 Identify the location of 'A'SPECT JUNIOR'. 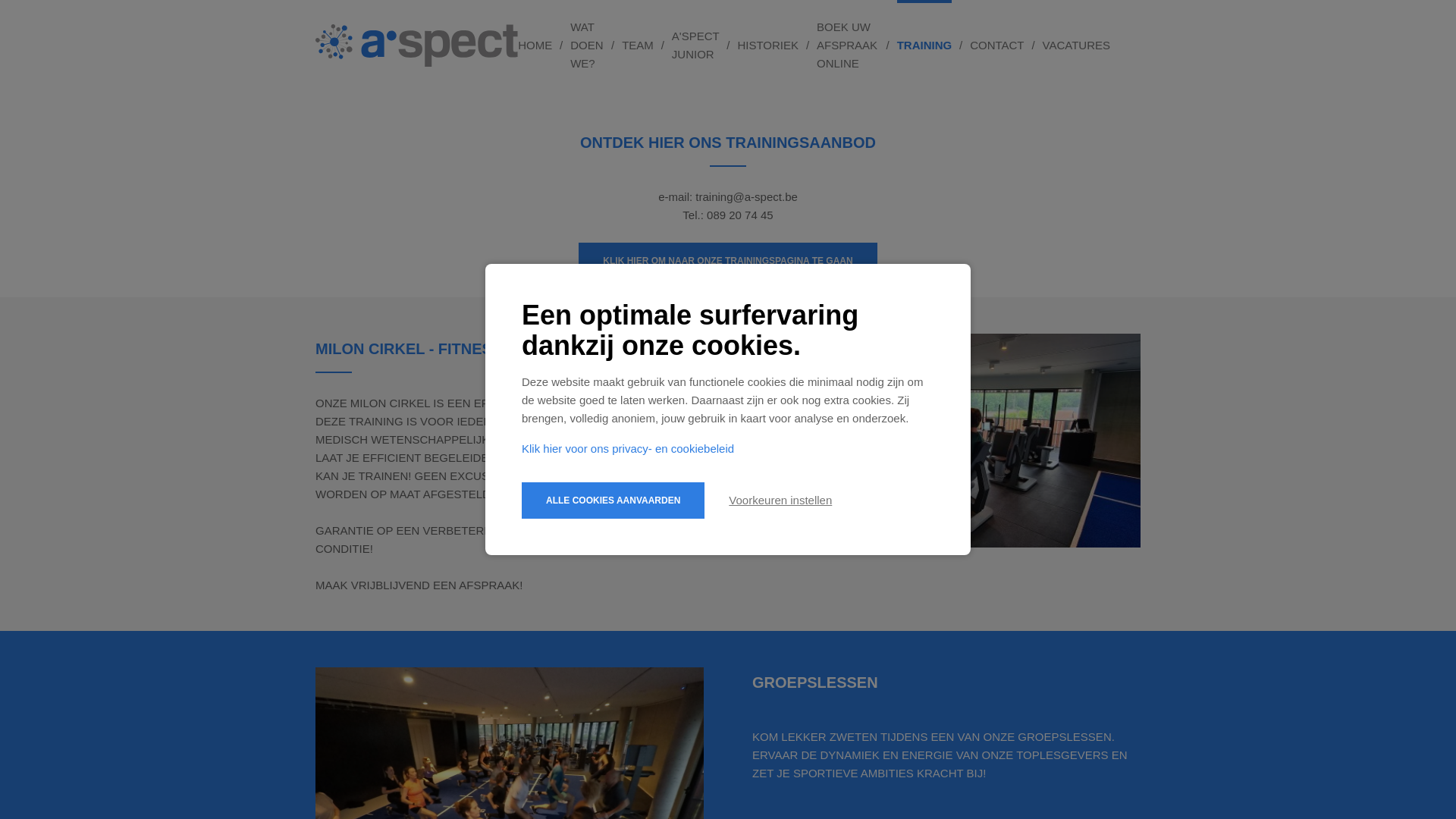
(695, 45).